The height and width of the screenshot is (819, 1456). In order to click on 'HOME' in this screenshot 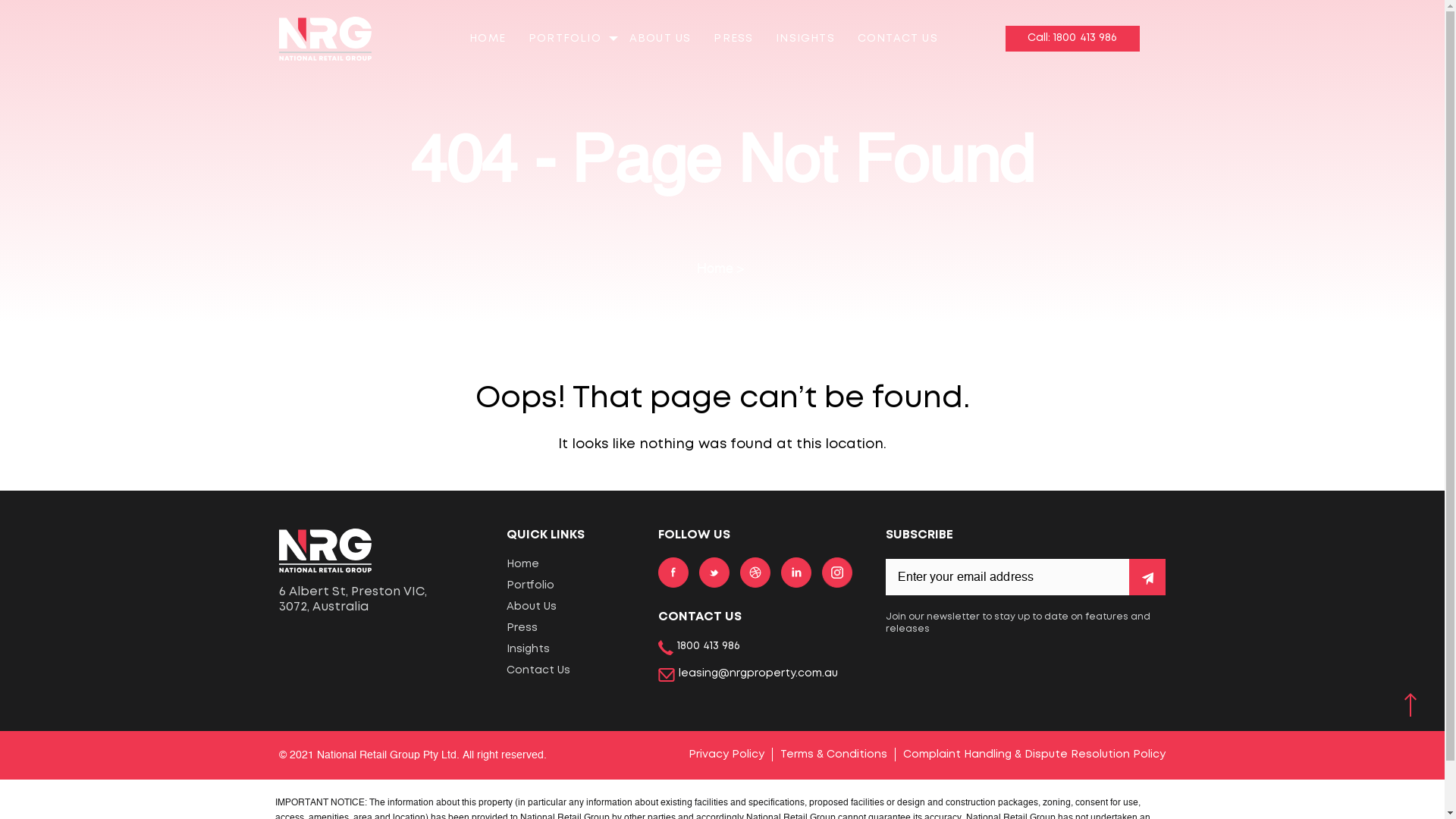, I will do `click(488, 37)`.